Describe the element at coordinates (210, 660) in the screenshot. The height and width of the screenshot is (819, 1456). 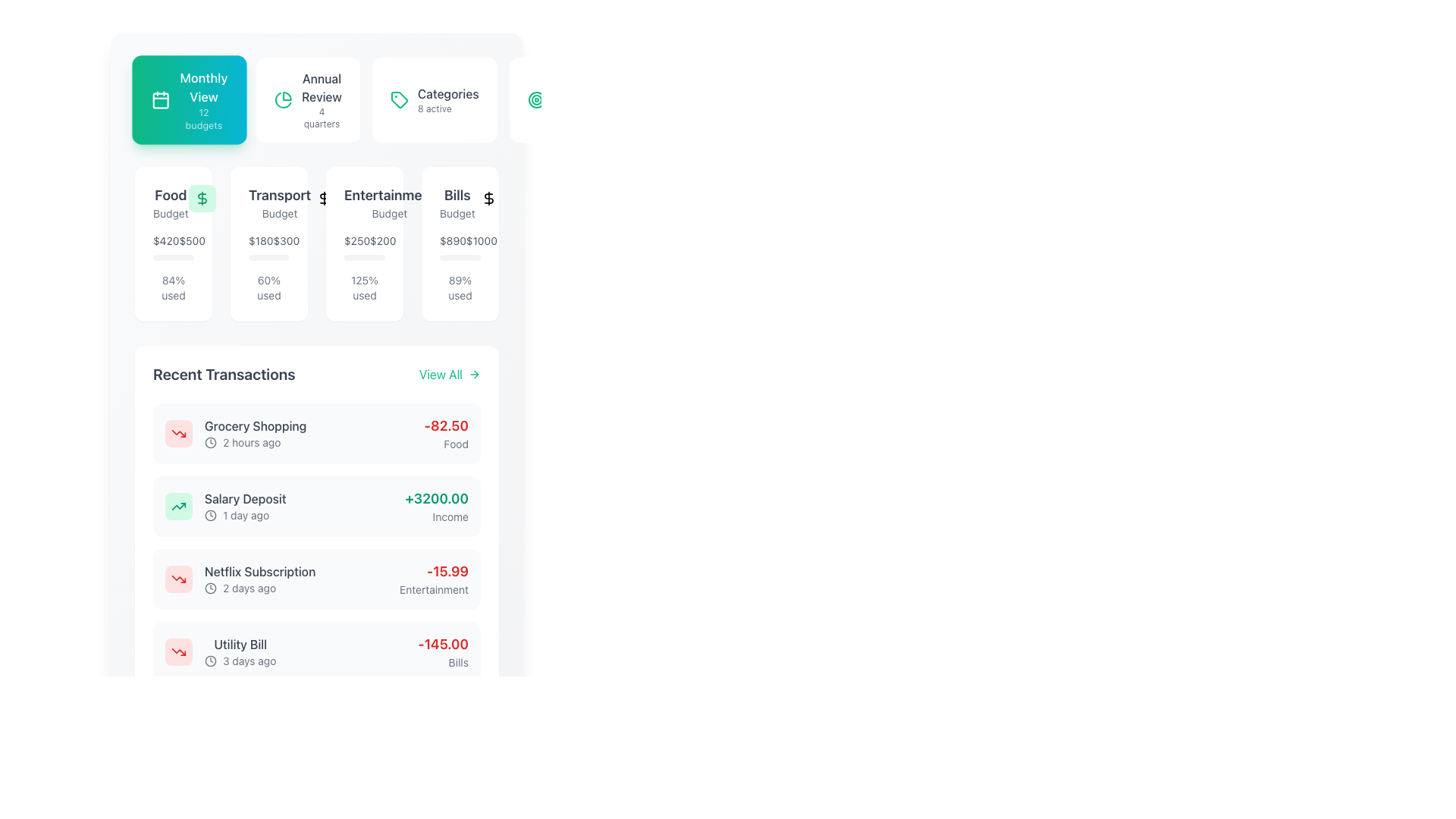
I see `the time-related icon that is positioned to the left of the '3 days ago' text in the fourth item of the 'Recent Transactions' list under the 'Utility Bill' transaction` at that location.